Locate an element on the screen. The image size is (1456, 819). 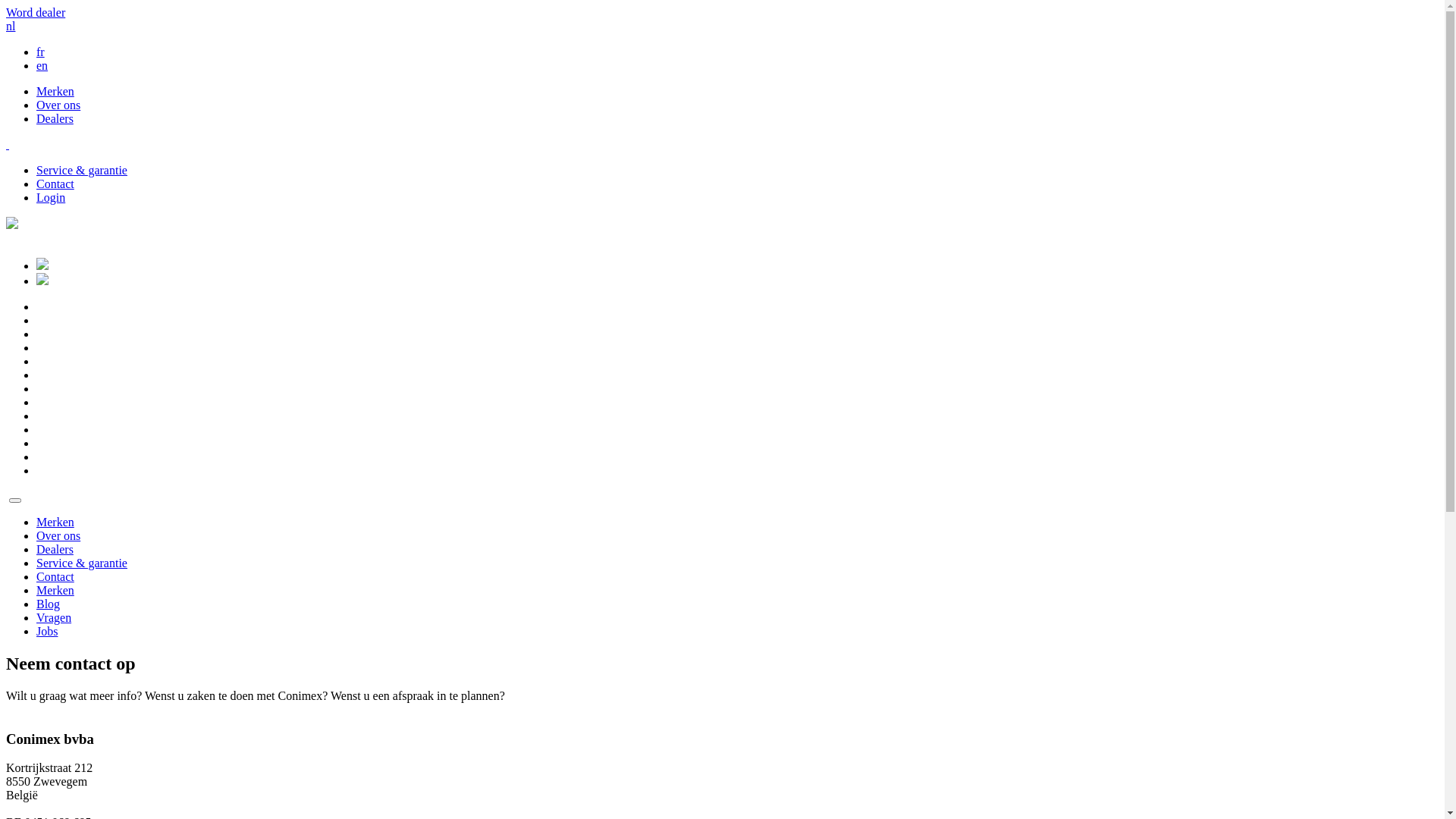
'Aanmelden' is located at coordinates (42, 265).